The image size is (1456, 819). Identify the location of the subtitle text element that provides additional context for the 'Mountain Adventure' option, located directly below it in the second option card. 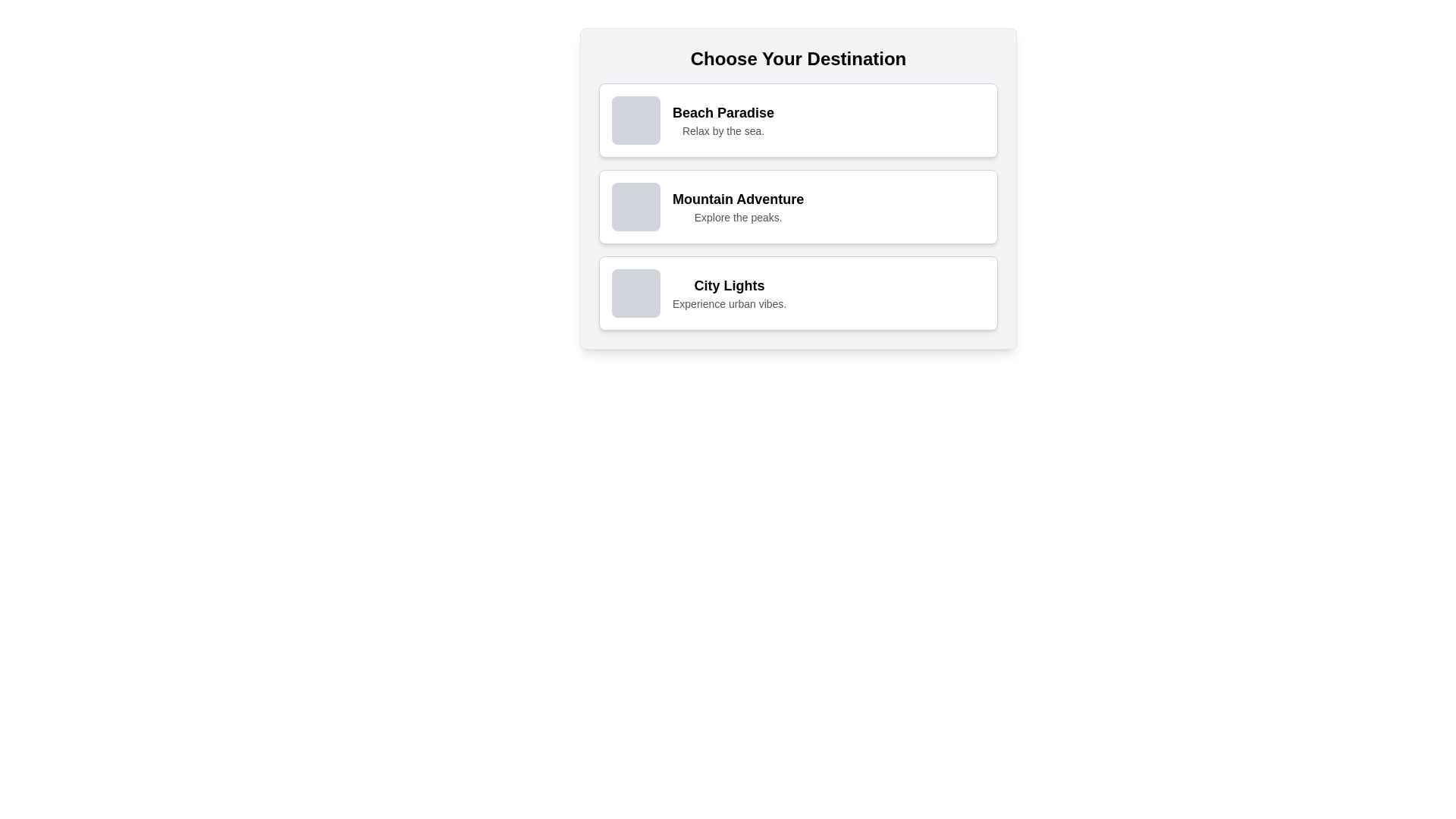
(738, 217).